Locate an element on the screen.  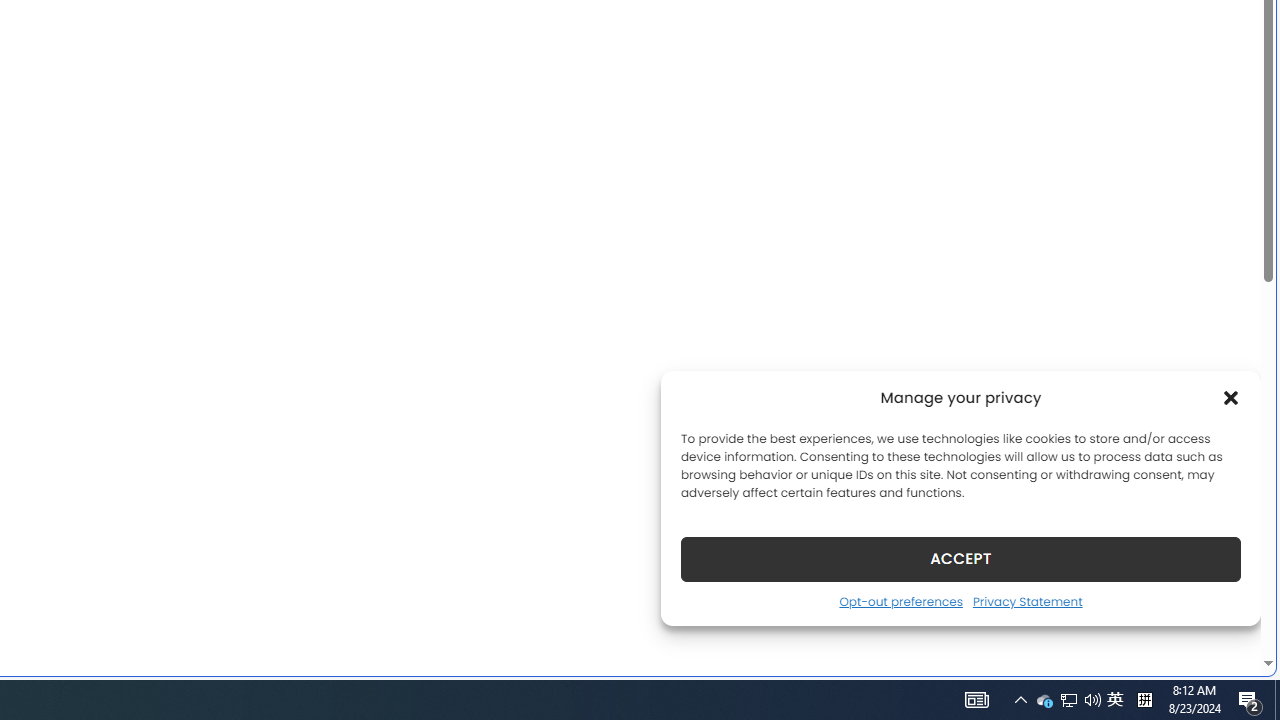
'Class: cmplz-close' is located at coordinates (1230, 397).